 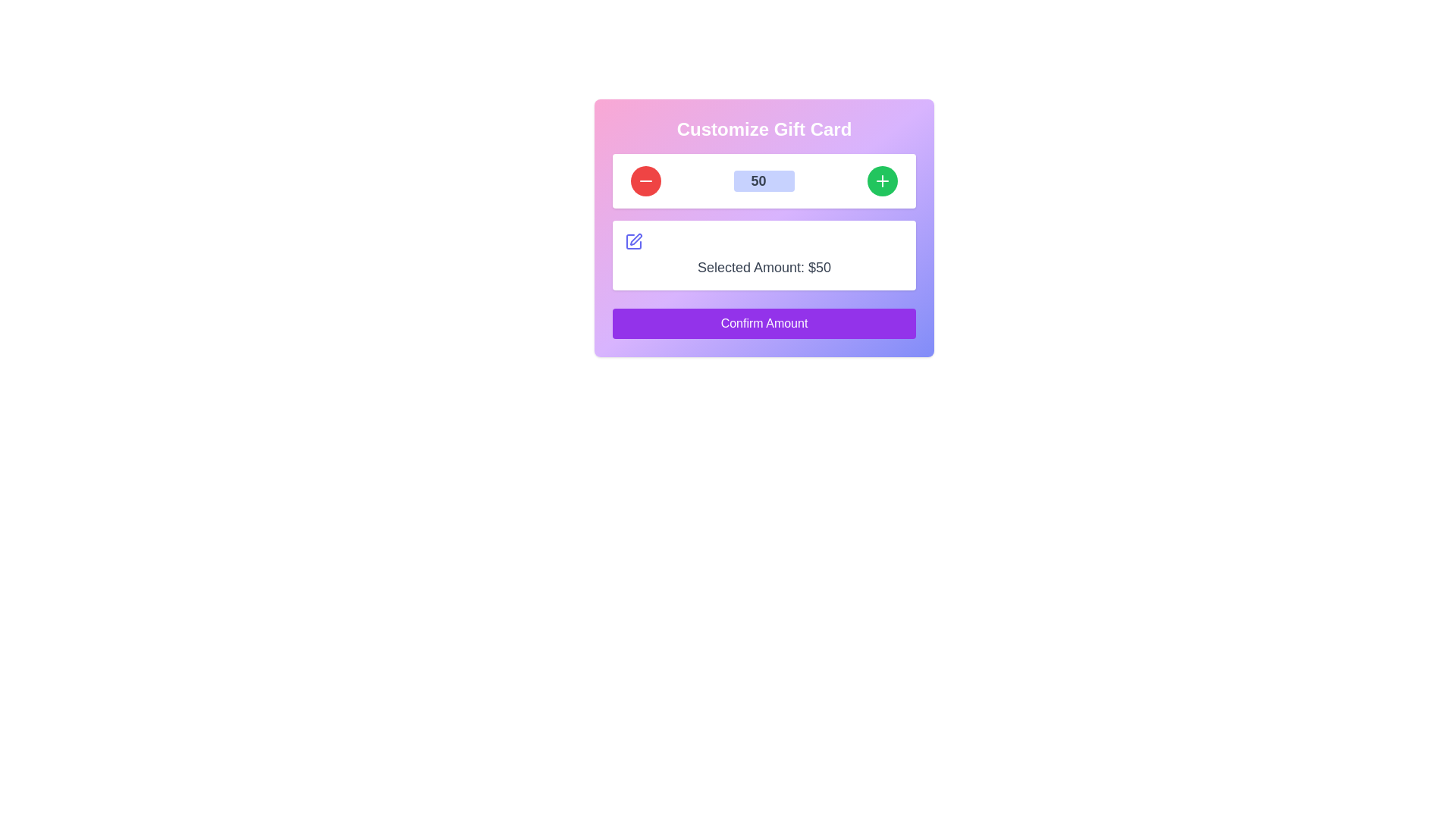 What do you see at coordinates (764, 267) in the screenshot?
I see `the Text label displaying the currently selected monetary amount, located beneath the numeric input field and centered horizontally` at bounding box center [764, 267].